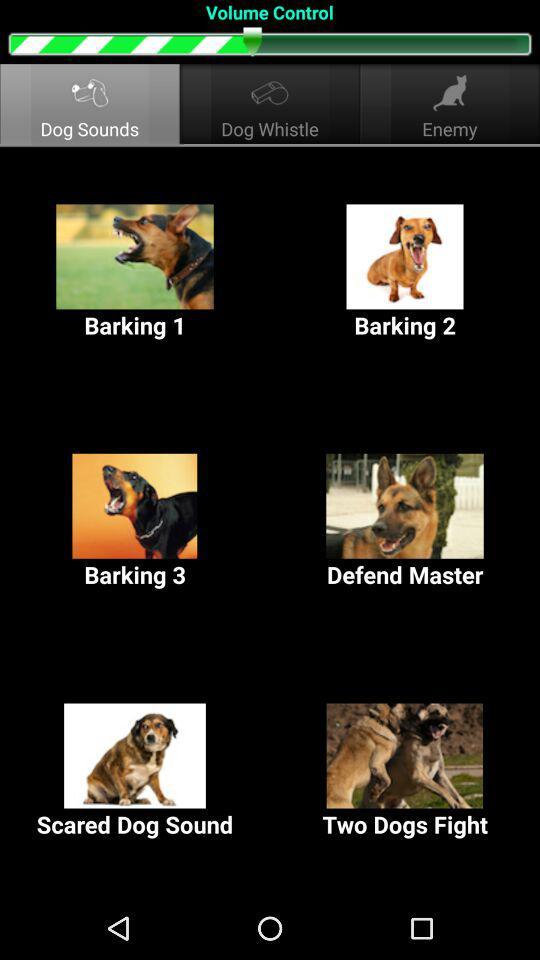 The image size is (540, 960). What do you see at coordinates (405, 521) in the screenshot?
I see `the defend master` at bounding box center [405, 521].